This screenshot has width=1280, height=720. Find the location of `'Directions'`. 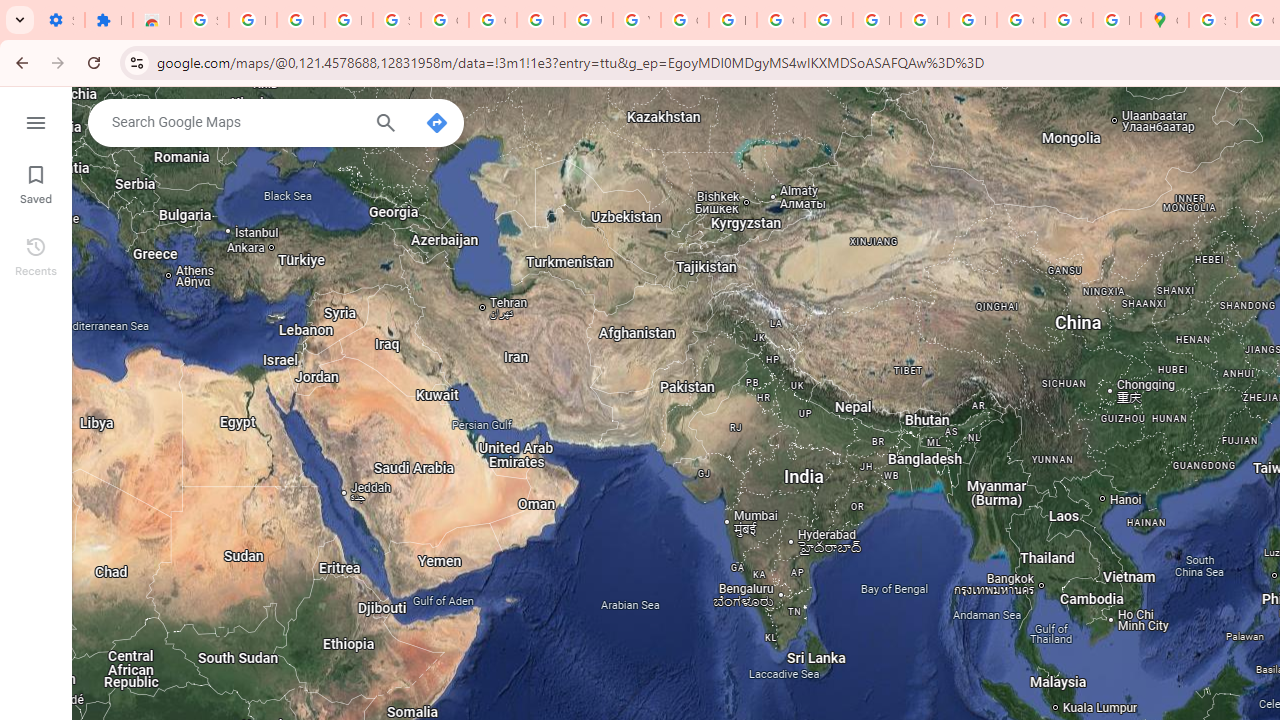

'Directions' is located at coordinates (435, 123).